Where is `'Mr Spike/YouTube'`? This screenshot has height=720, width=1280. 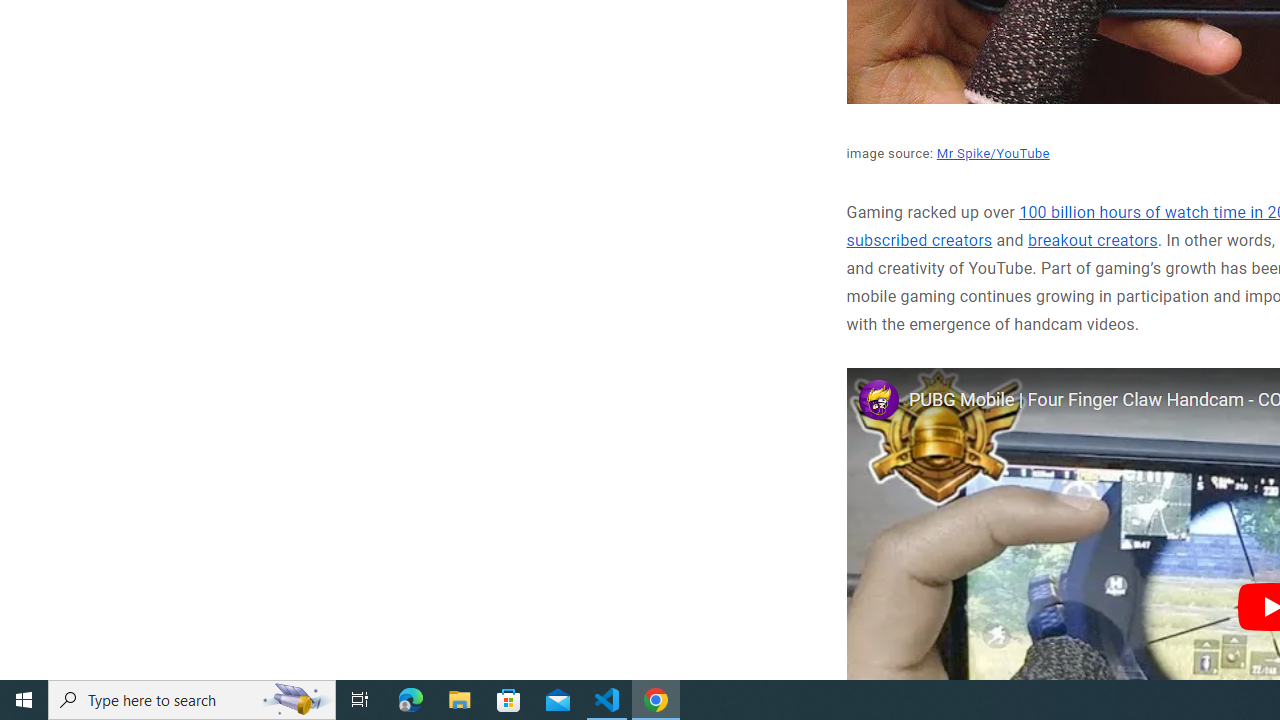
'Mr Spike/YouTube' is located at coordinates (992, 152).